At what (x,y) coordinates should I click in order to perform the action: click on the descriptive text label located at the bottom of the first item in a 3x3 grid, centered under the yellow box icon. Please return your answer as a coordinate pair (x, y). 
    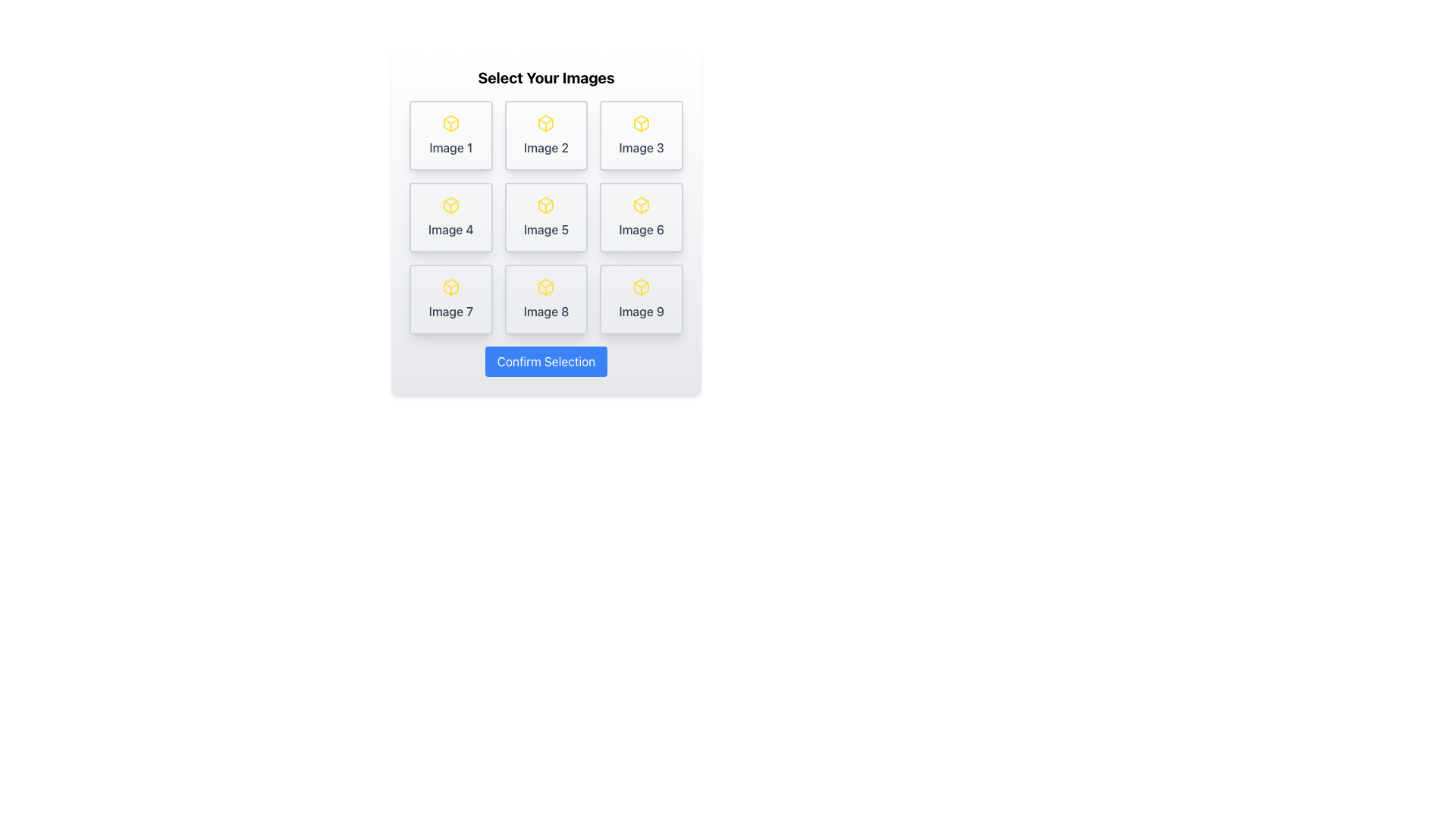
    Looking at the image, I should click on (450, 148).